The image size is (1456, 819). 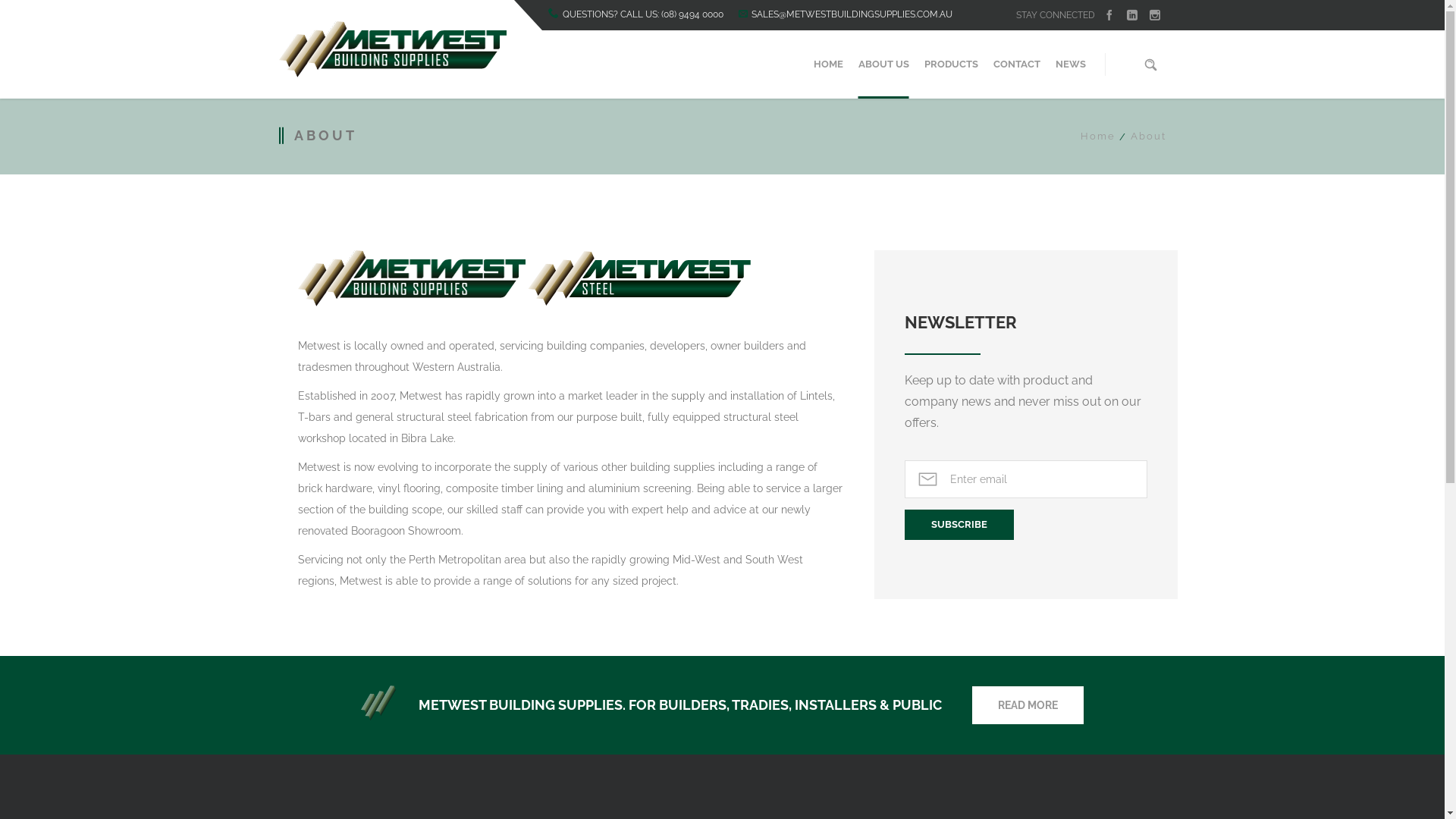 What do you see at coordinates (1131, 14) in the screenshot?
I see `'linkedin'` at bounding box center [1131, 14].